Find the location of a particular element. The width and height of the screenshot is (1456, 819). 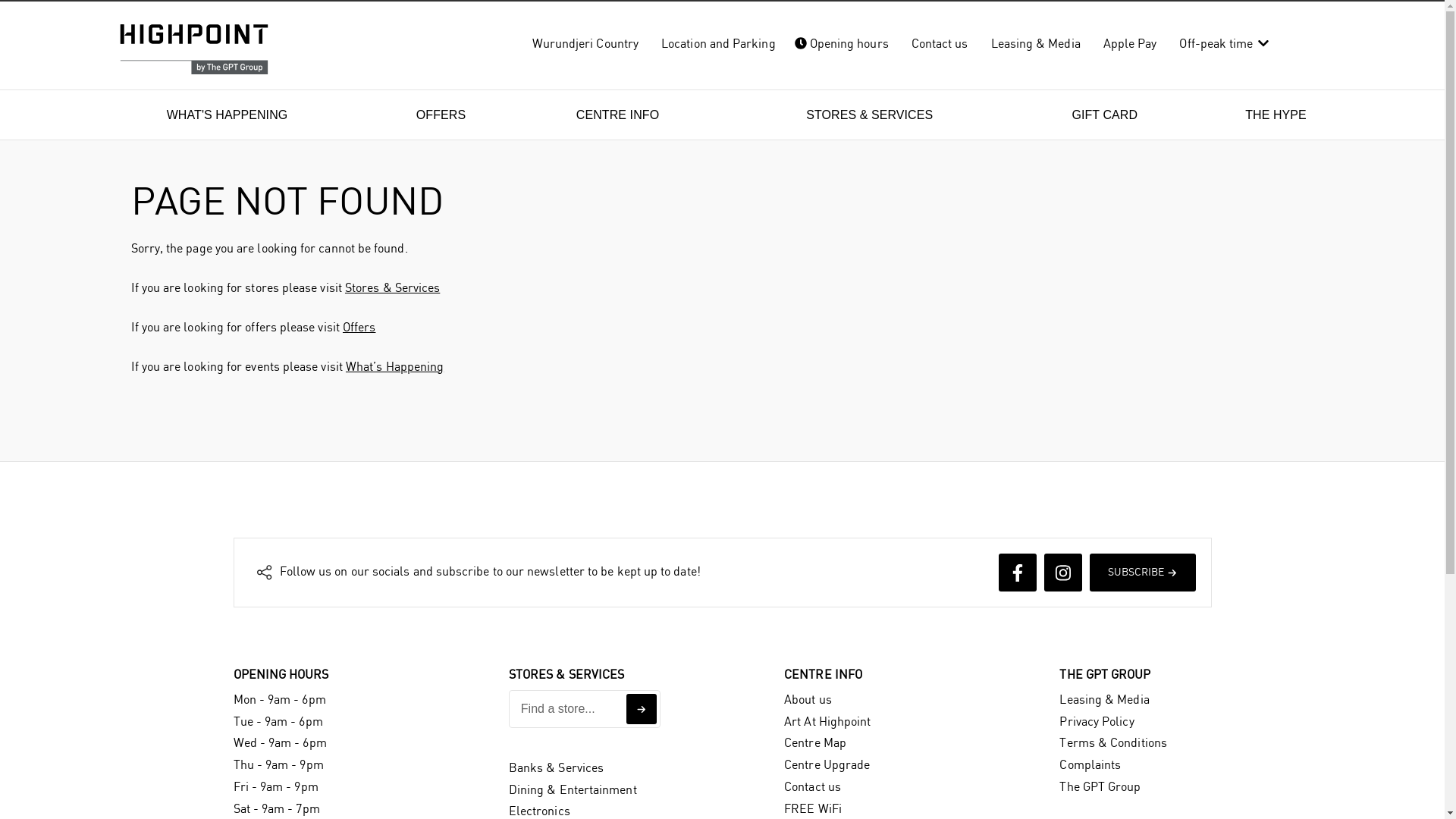

'Location and Parking' is located at coordinates (717, 43).